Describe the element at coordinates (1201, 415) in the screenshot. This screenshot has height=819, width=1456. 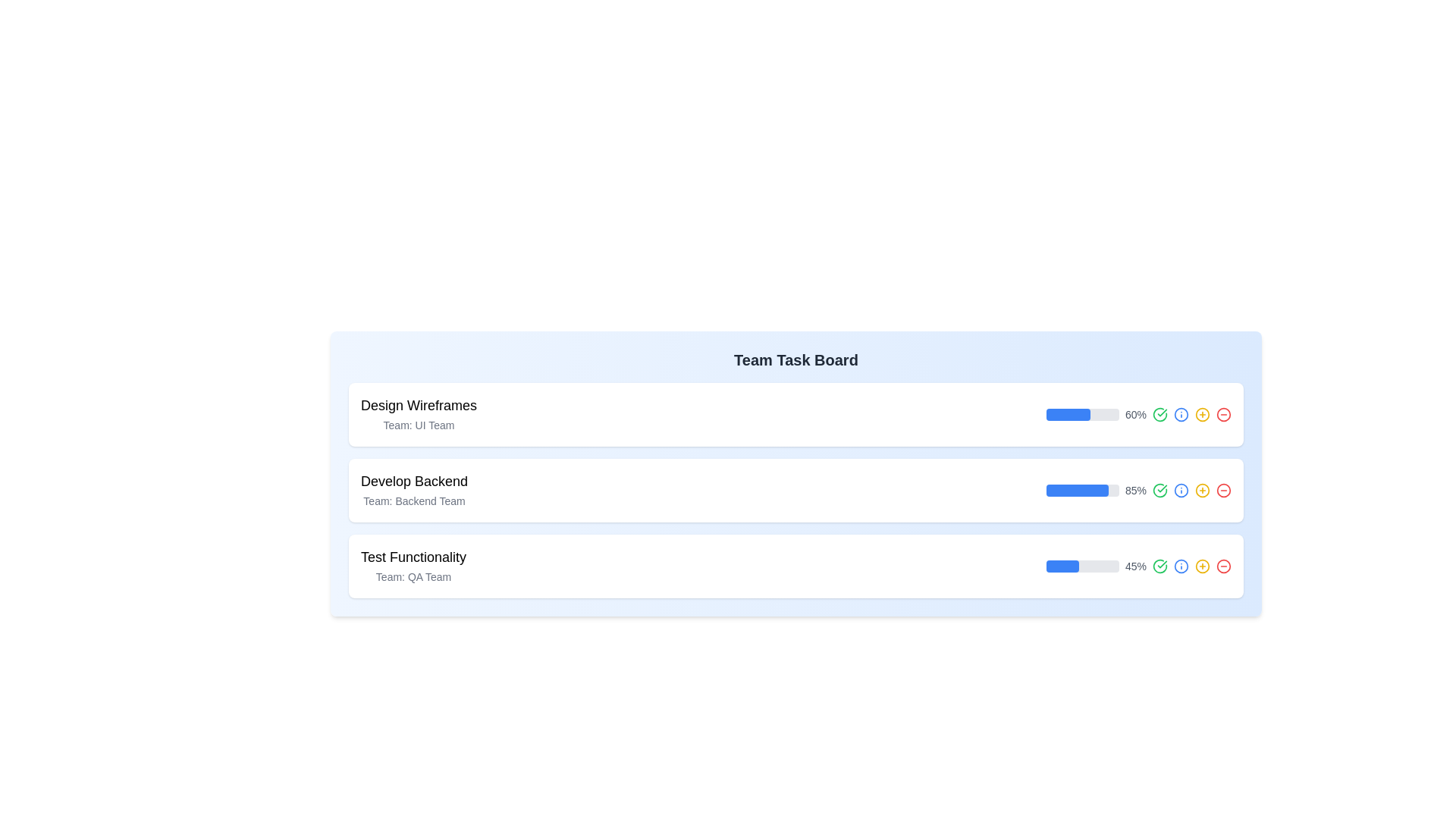
I see `the circular interactive icon in the task management UI, which is located at the end of a task row within a board-like interface` at that location.